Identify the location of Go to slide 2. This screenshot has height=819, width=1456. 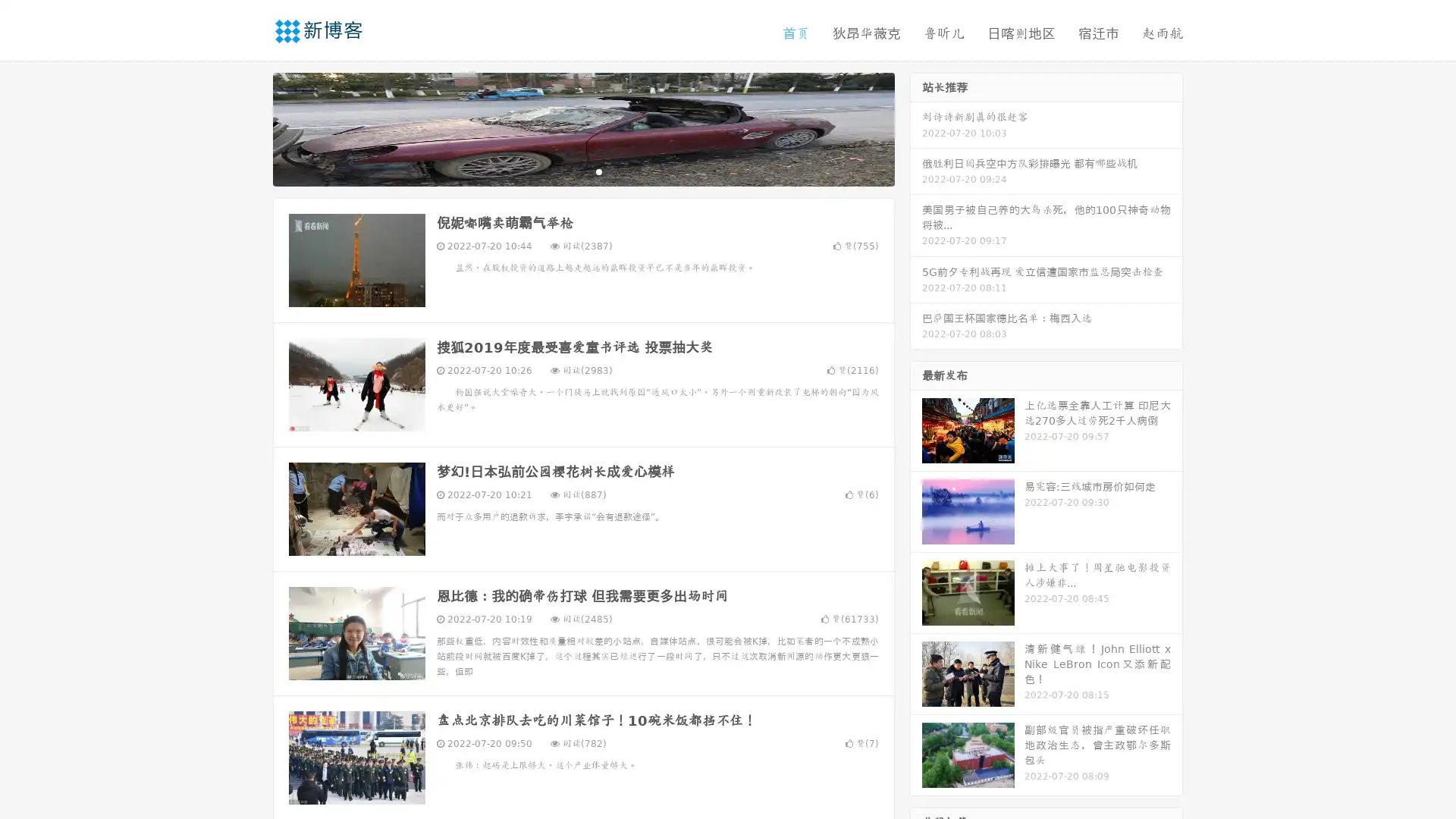
(582, 171).